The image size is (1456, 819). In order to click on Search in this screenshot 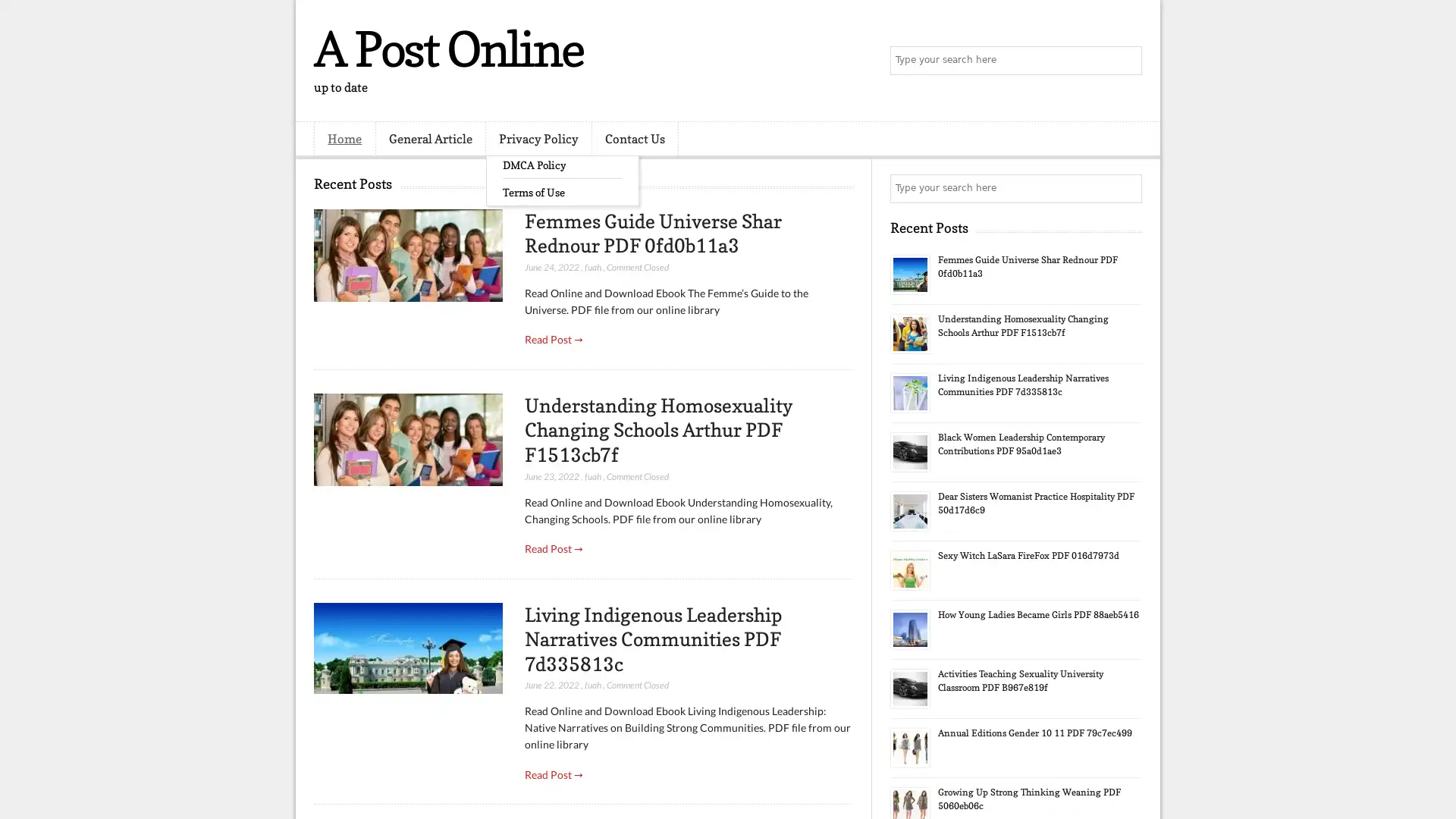, I will do `click(1126, 188)`.